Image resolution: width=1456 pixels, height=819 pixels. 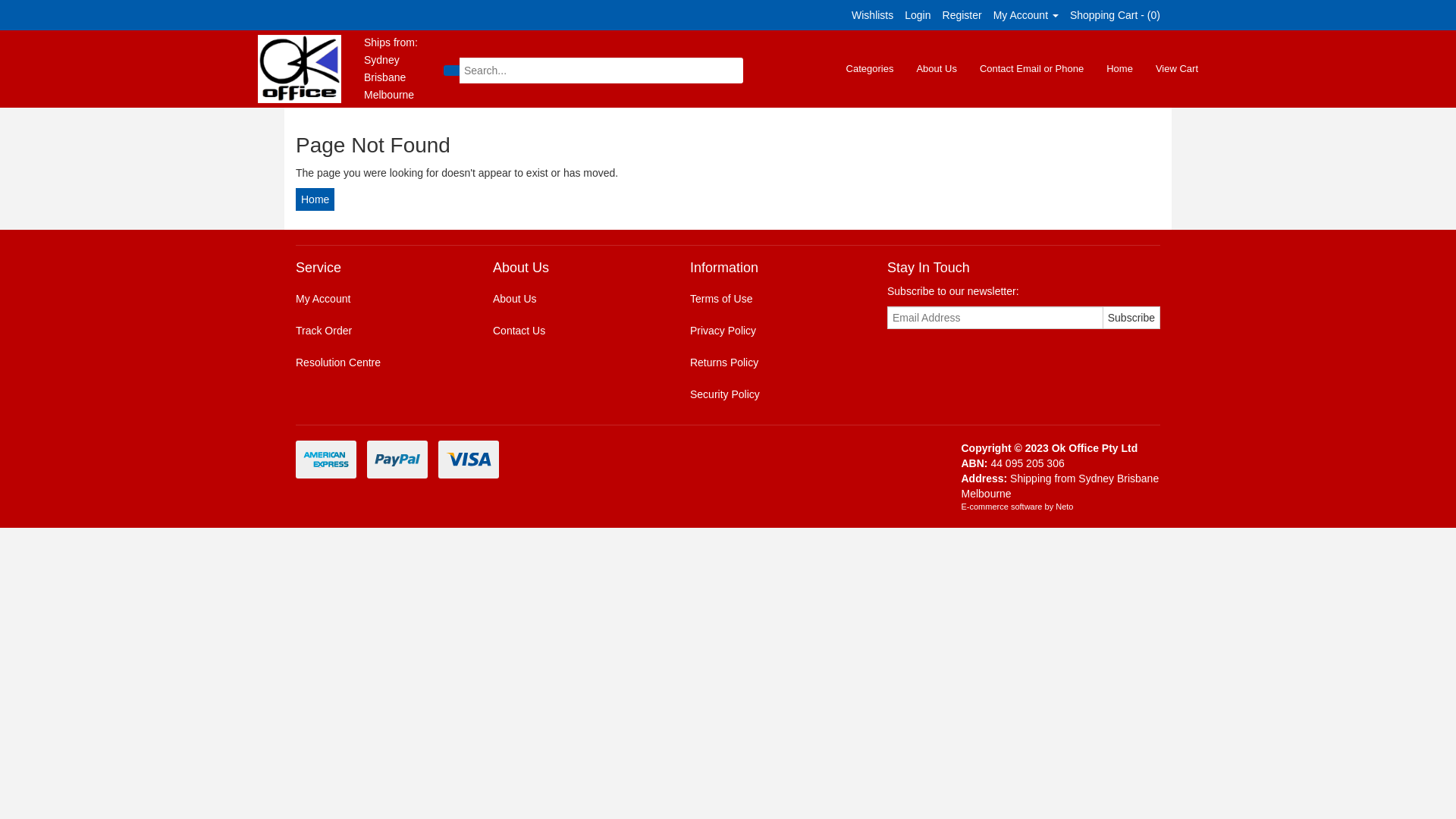 What do you see at coordinates (872, 14) in the screenshot?
I see `'Wishlists'` at bounding box center [872, 14].